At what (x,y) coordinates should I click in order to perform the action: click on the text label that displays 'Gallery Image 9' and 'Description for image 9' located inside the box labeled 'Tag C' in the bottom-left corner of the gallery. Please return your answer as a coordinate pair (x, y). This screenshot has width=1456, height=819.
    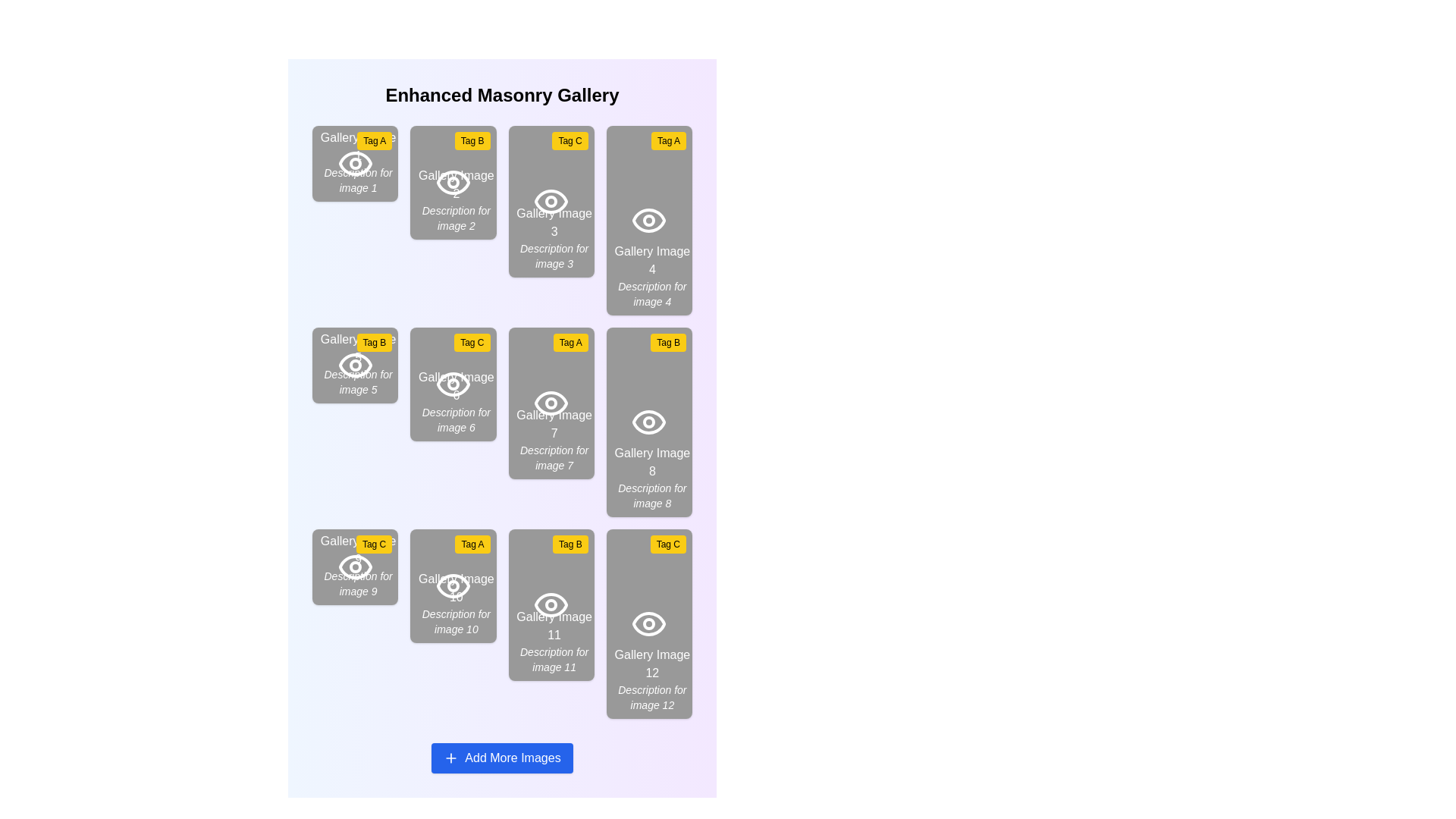
    Looking at the image, I should click on (357, 565).